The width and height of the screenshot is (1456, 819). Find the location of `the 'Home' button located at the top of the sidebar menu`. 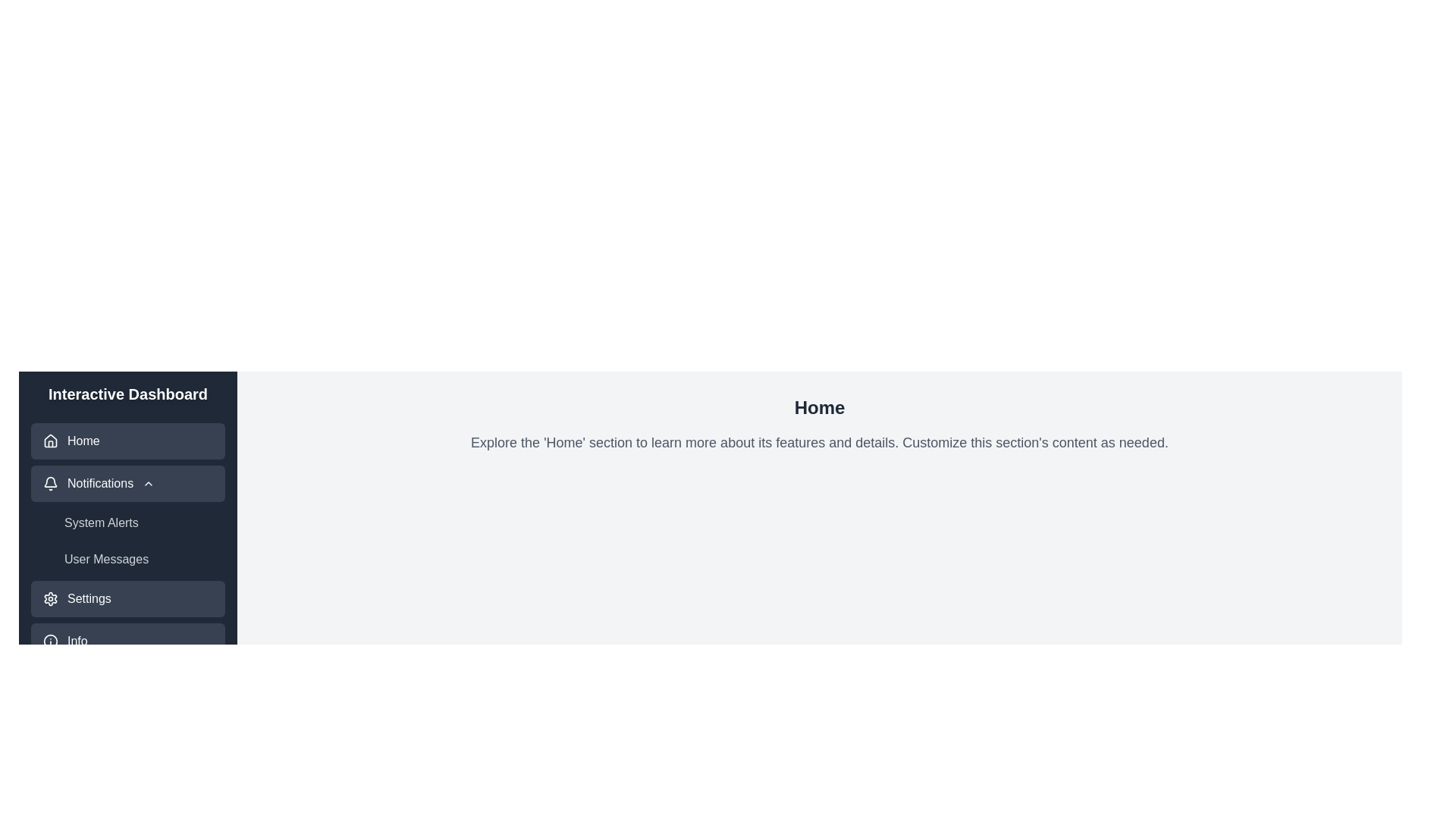

the 'Home' button located at the top of the sidebar menu is located at coordinates (127, 441).